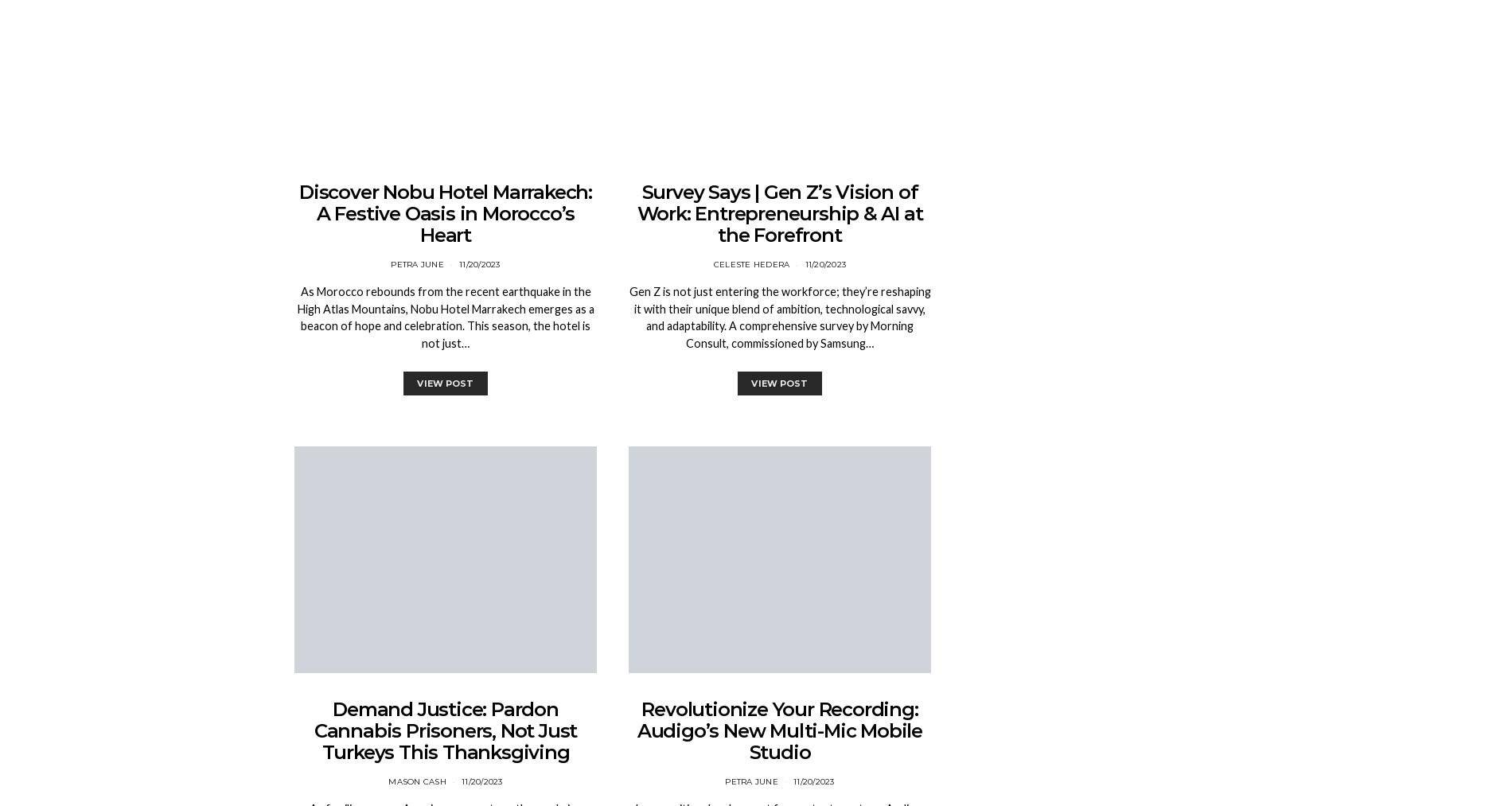  Describe the element at coordinates (636, 730) in the screenshot. I see `'Revolutionize Your Recording: Audigo’s New Multi-Mic Mobile Studio'` at that location.